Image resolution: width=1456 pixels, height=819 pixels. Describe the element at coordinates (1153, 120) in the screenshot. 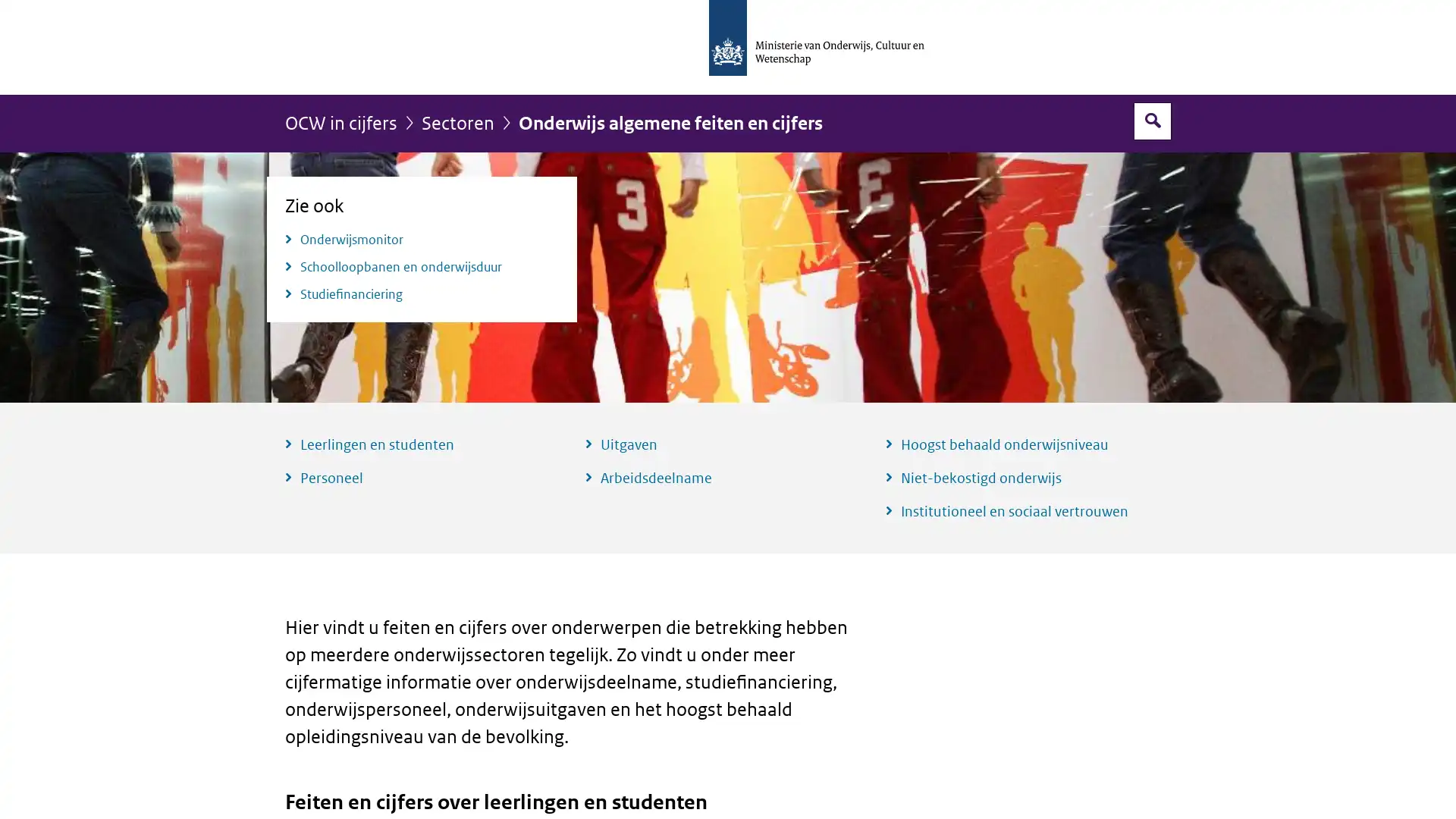

I see `Open zoekveld` at that location.